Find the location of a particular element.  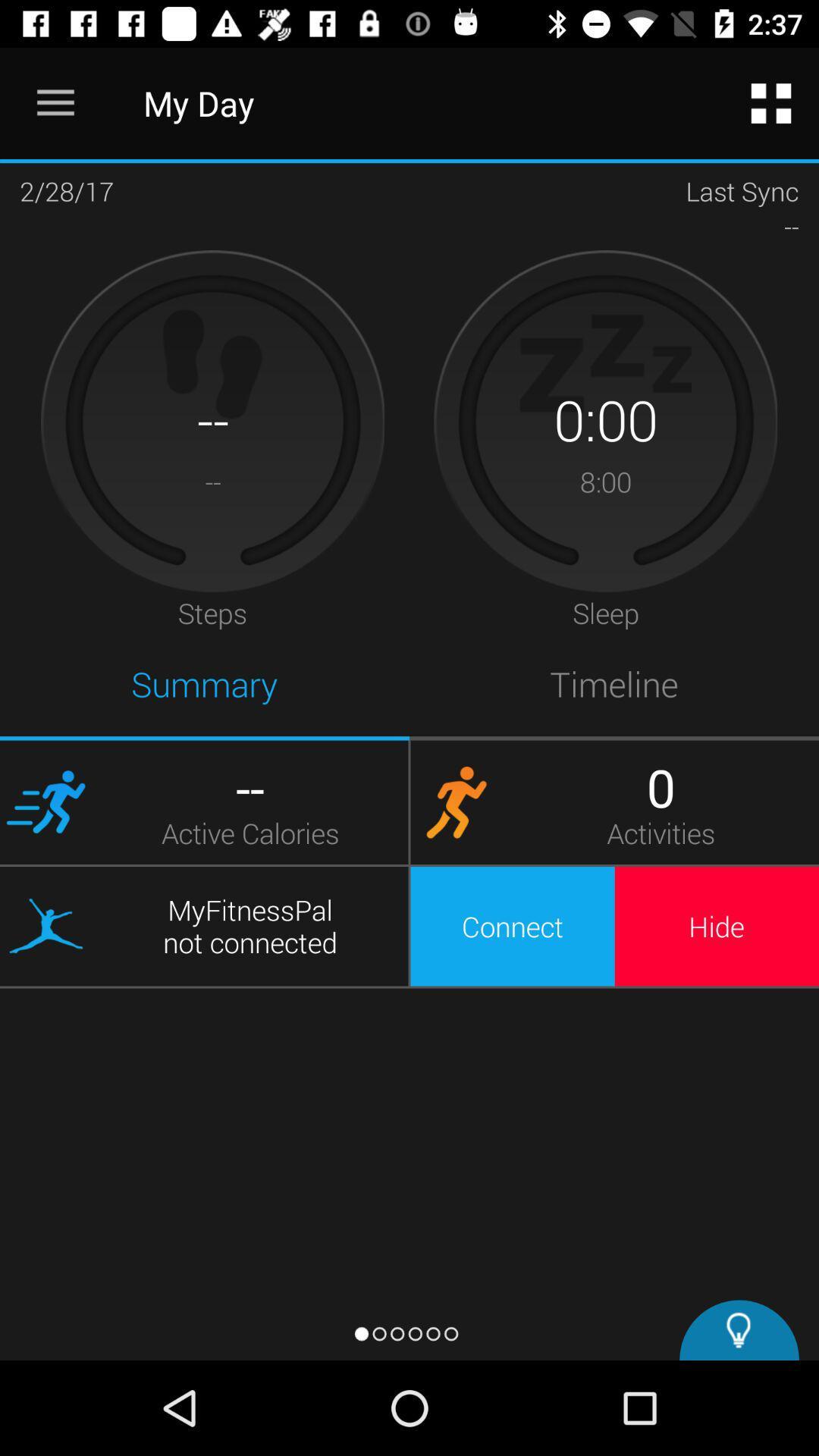

icon next to my day is located at coordinates (771, 102).